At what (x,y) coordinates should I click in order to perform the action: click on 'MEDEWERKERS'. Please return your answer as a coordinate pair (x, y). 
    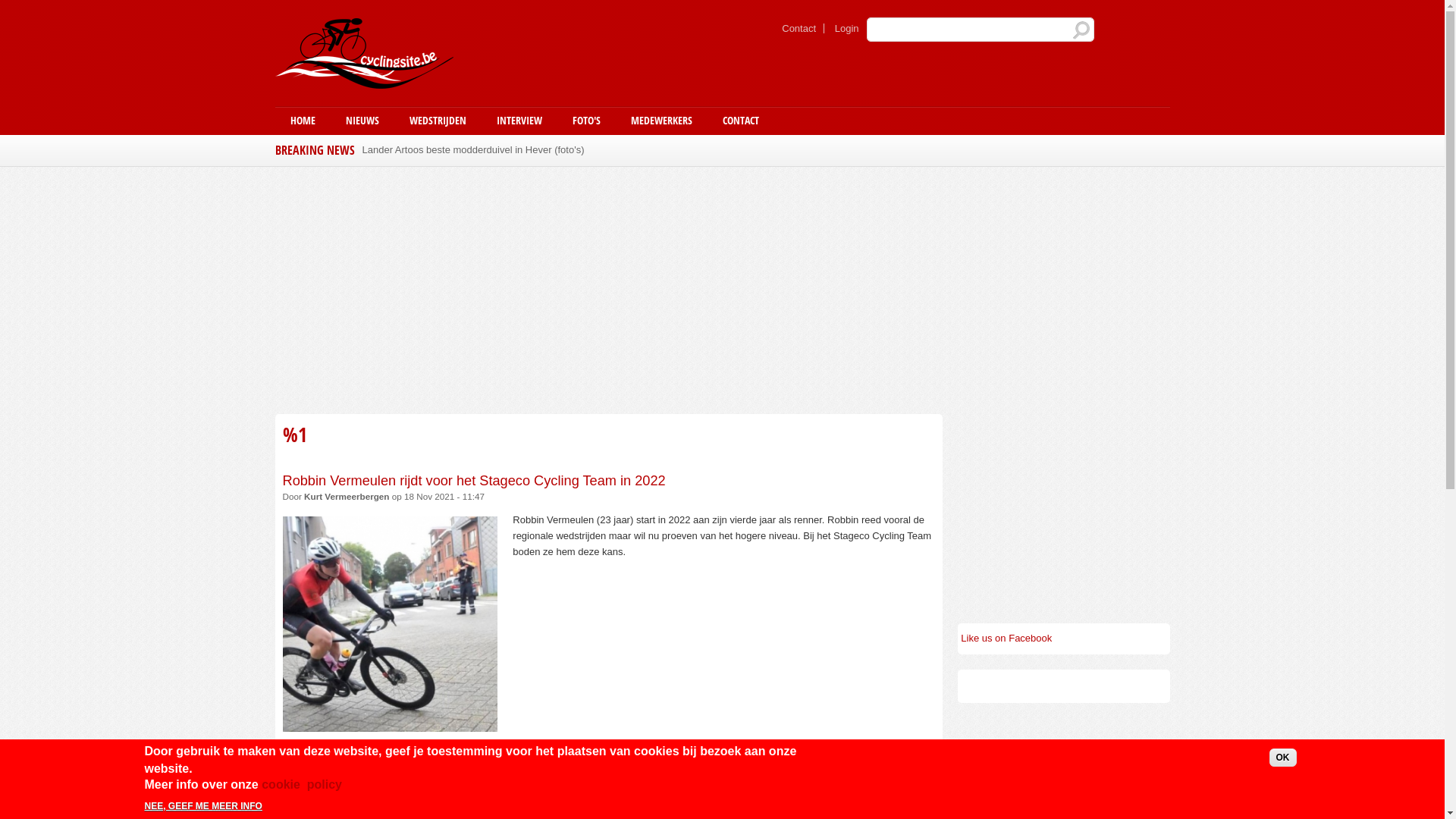
    Looking at the image, I should click on (661, 120).